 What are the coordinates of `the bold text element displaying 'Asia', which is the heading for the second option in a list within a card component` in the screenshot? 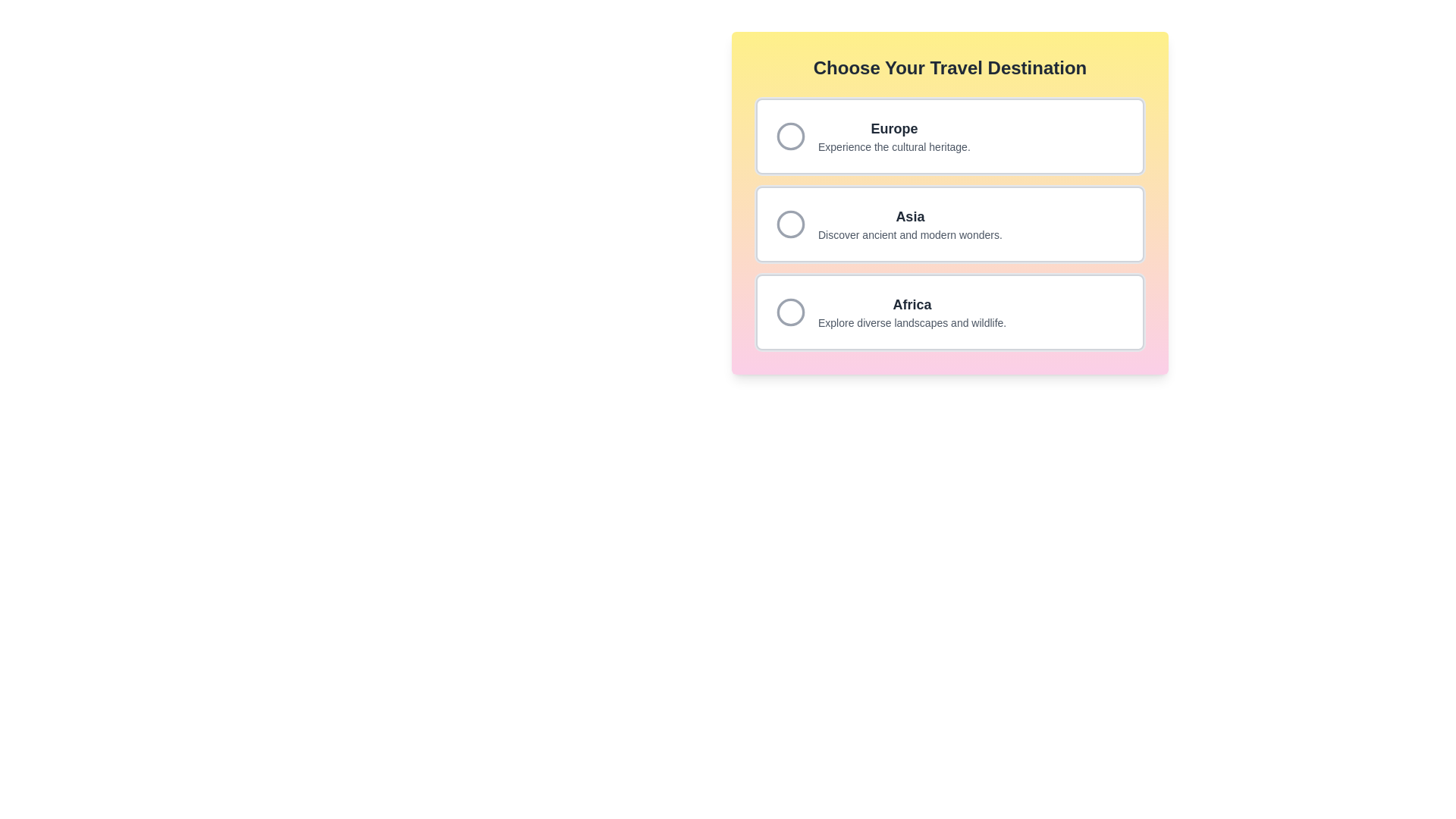 It's located at (910, 216).